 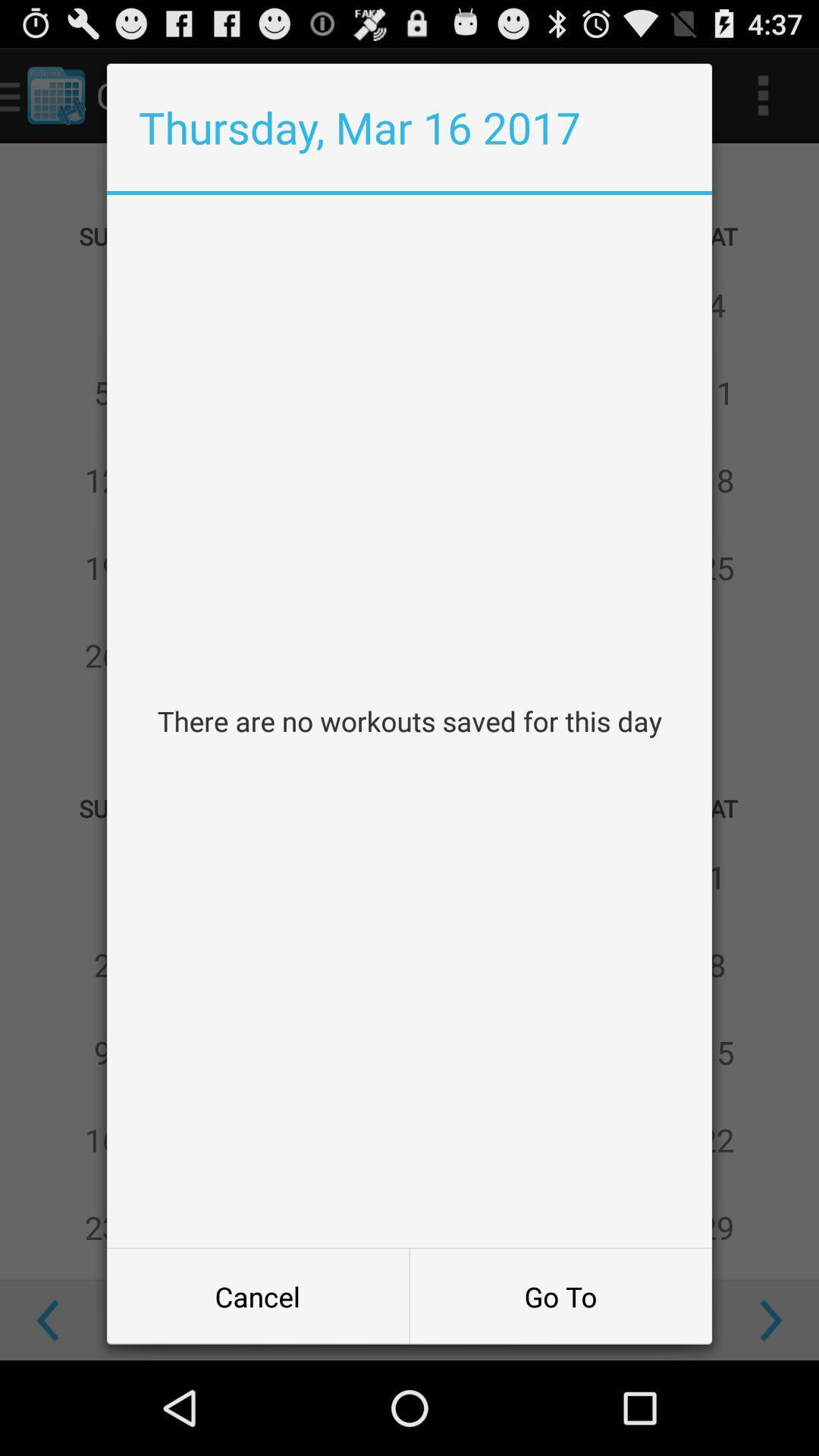 I want to click on icon below the there are no icon, so click(x=257, y=1295).